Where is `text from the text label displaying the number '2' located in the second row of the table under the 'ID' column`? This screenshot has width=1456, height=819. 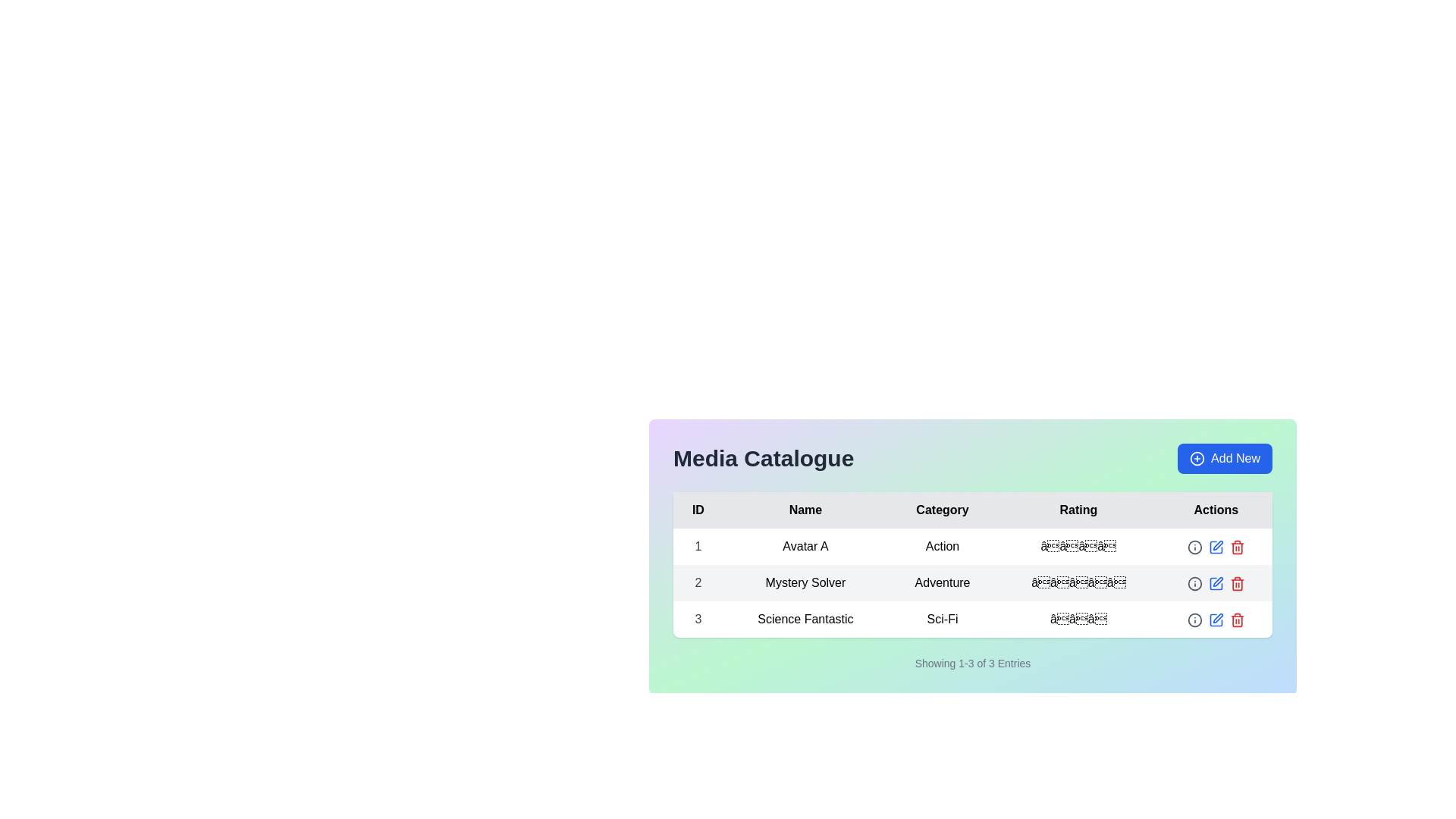
text from the text label displaying the number '2' located in the second row of the table under the 'ID' column is located at coordinates (698, 582).